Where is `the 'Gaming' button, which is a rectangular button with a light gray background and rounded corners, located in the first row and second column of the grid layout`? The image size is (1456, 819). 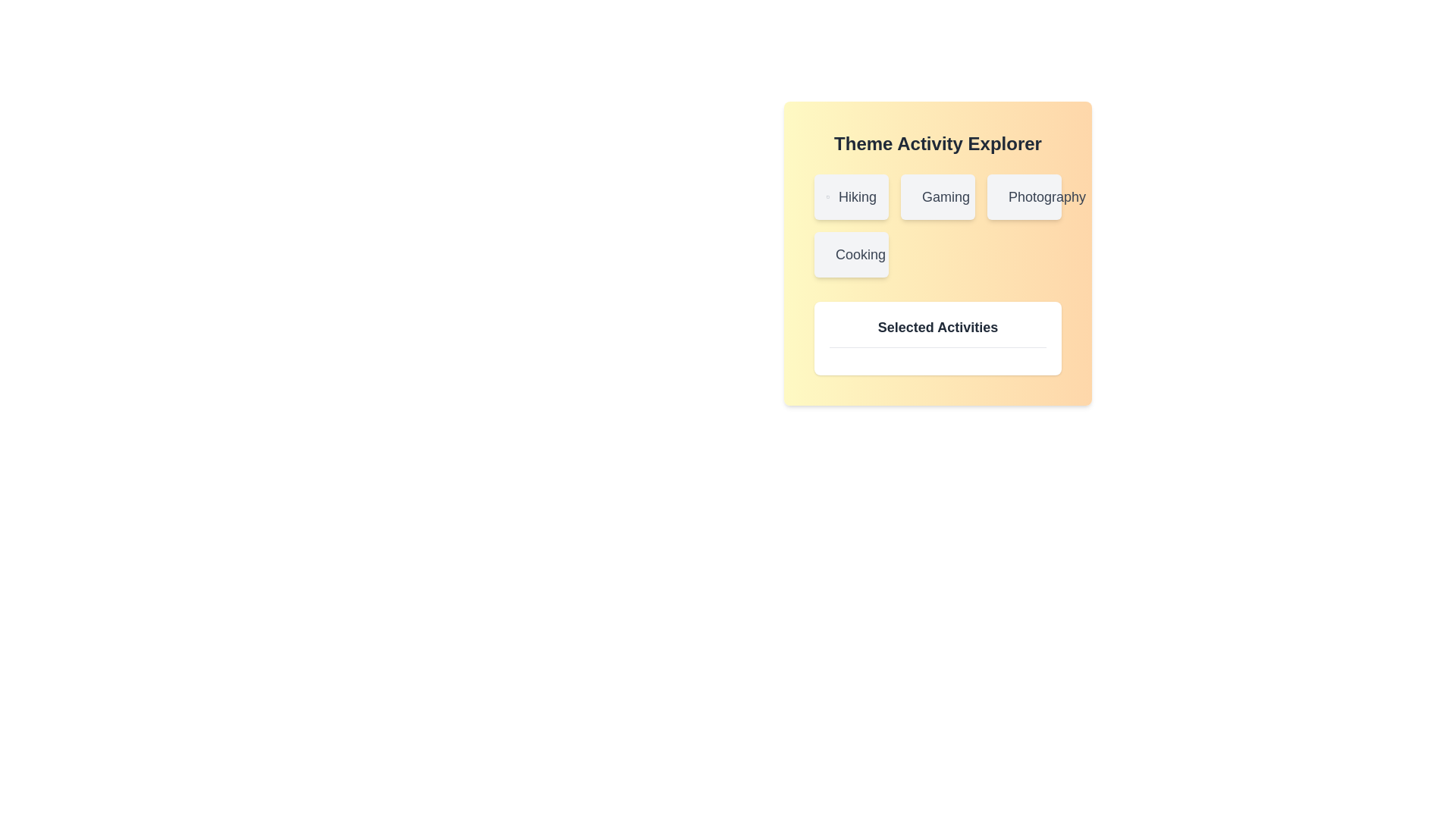 the 'Gaming' button, which is a rectangular button with a light gray background and rounded corners, located in the first row and second column of the grid layout is located at coordinates (937, 196).